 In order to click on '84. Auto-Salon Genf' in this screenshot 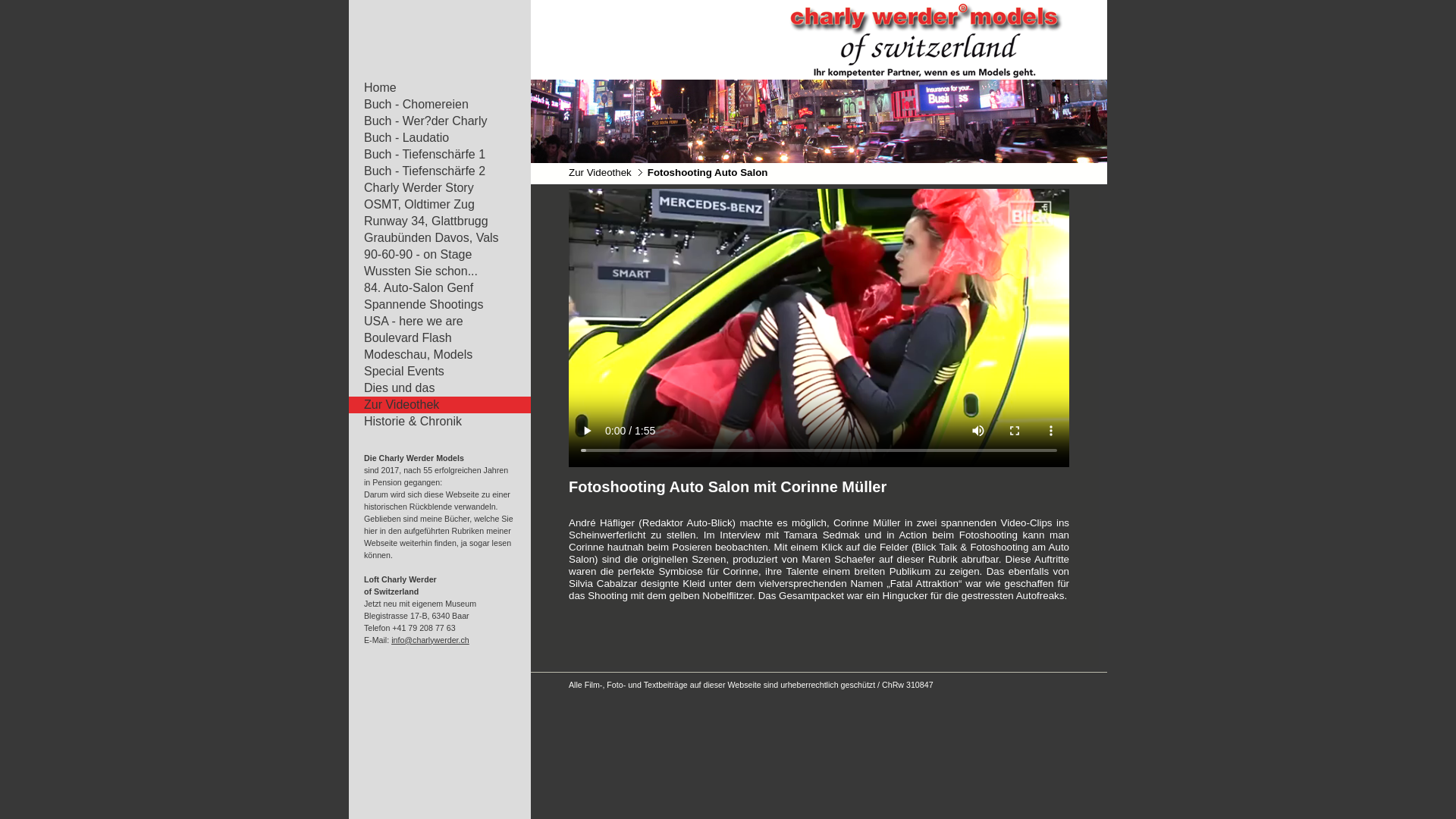, I will do `click(431, 288)`.